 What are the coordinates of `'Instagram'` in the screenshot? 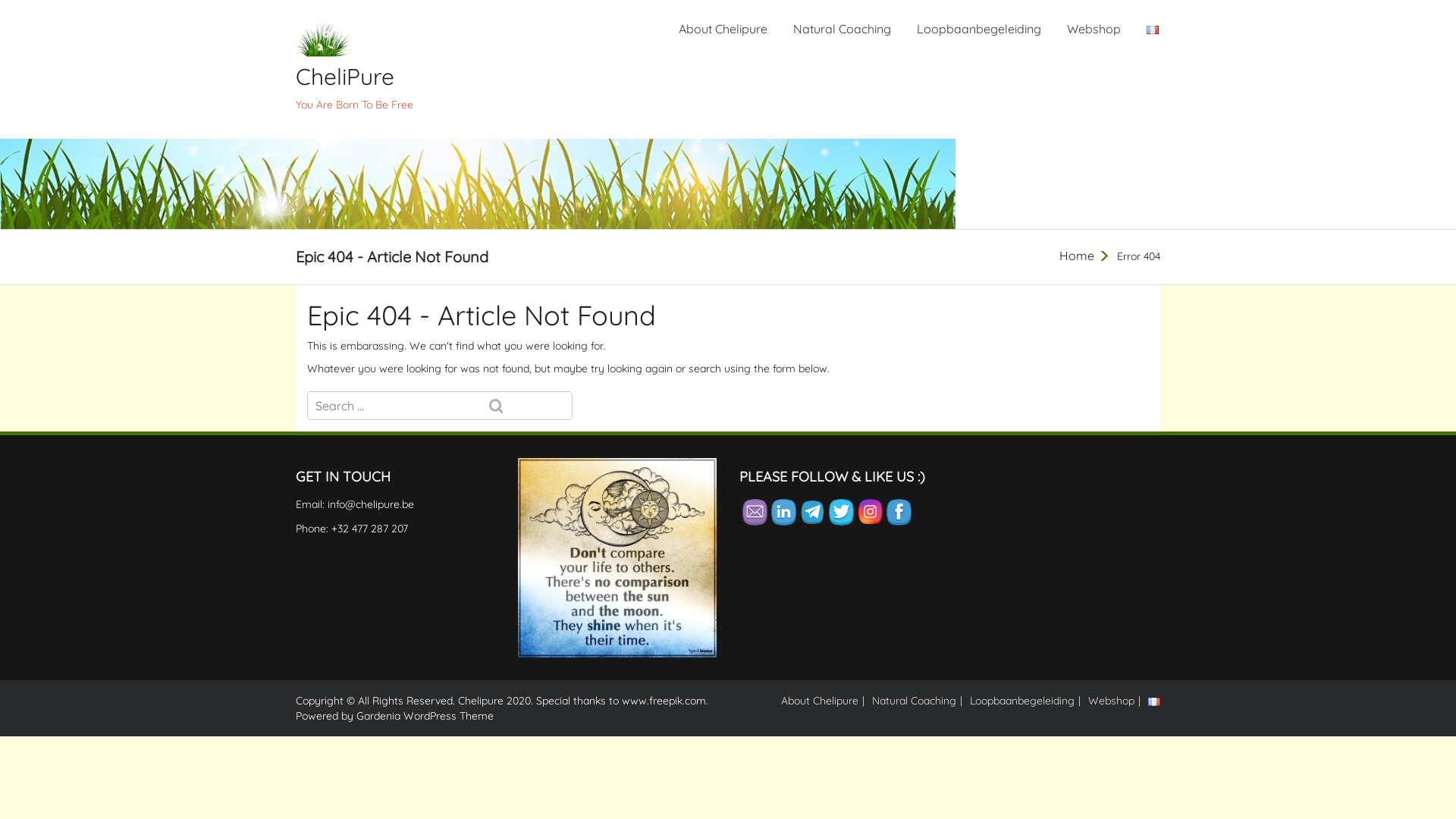 It's located at (858, 511).